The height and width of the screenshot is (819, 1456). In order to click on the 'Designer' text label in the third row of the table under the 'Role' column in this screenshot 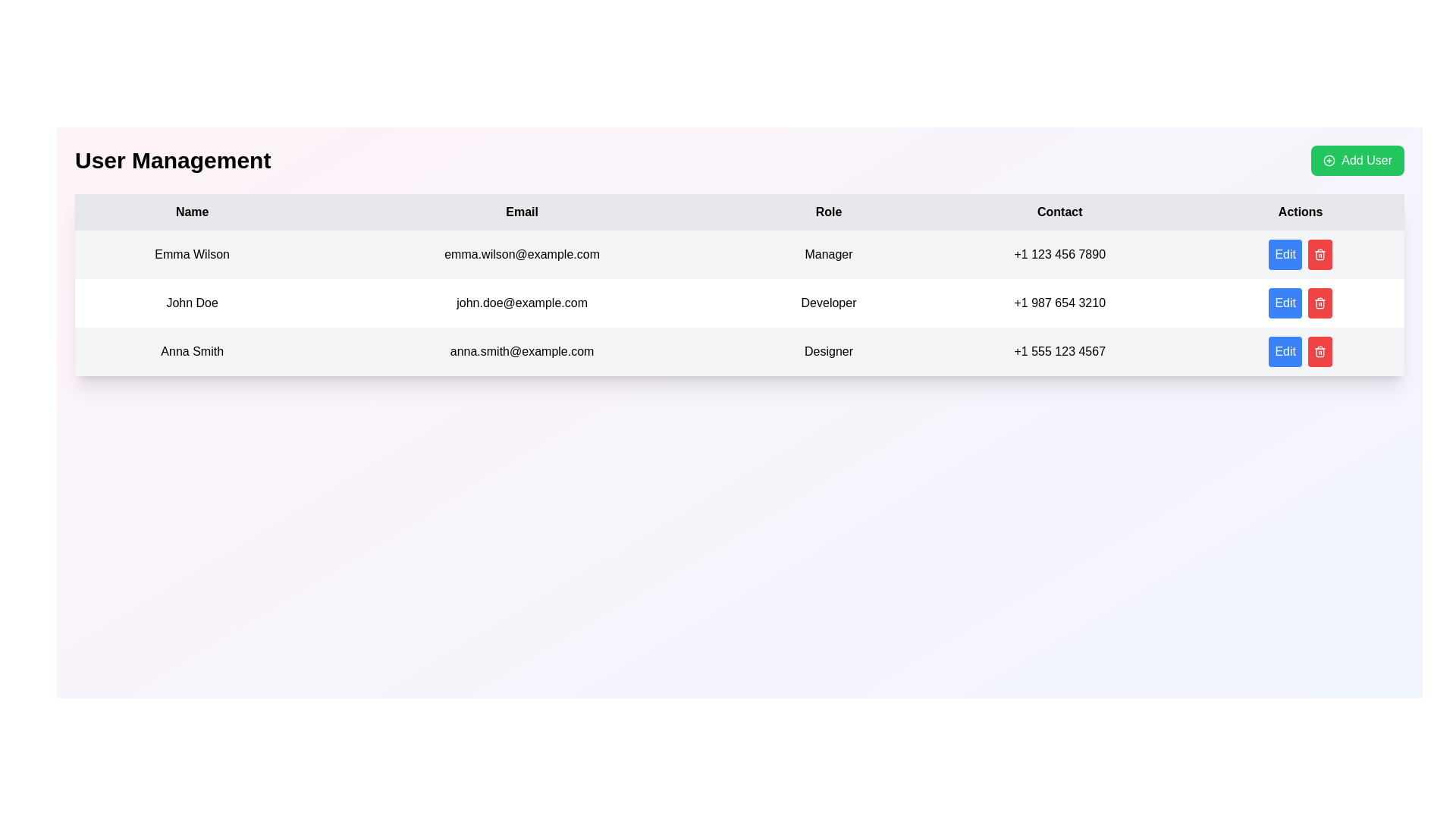, I will do `click(828, 351)`.